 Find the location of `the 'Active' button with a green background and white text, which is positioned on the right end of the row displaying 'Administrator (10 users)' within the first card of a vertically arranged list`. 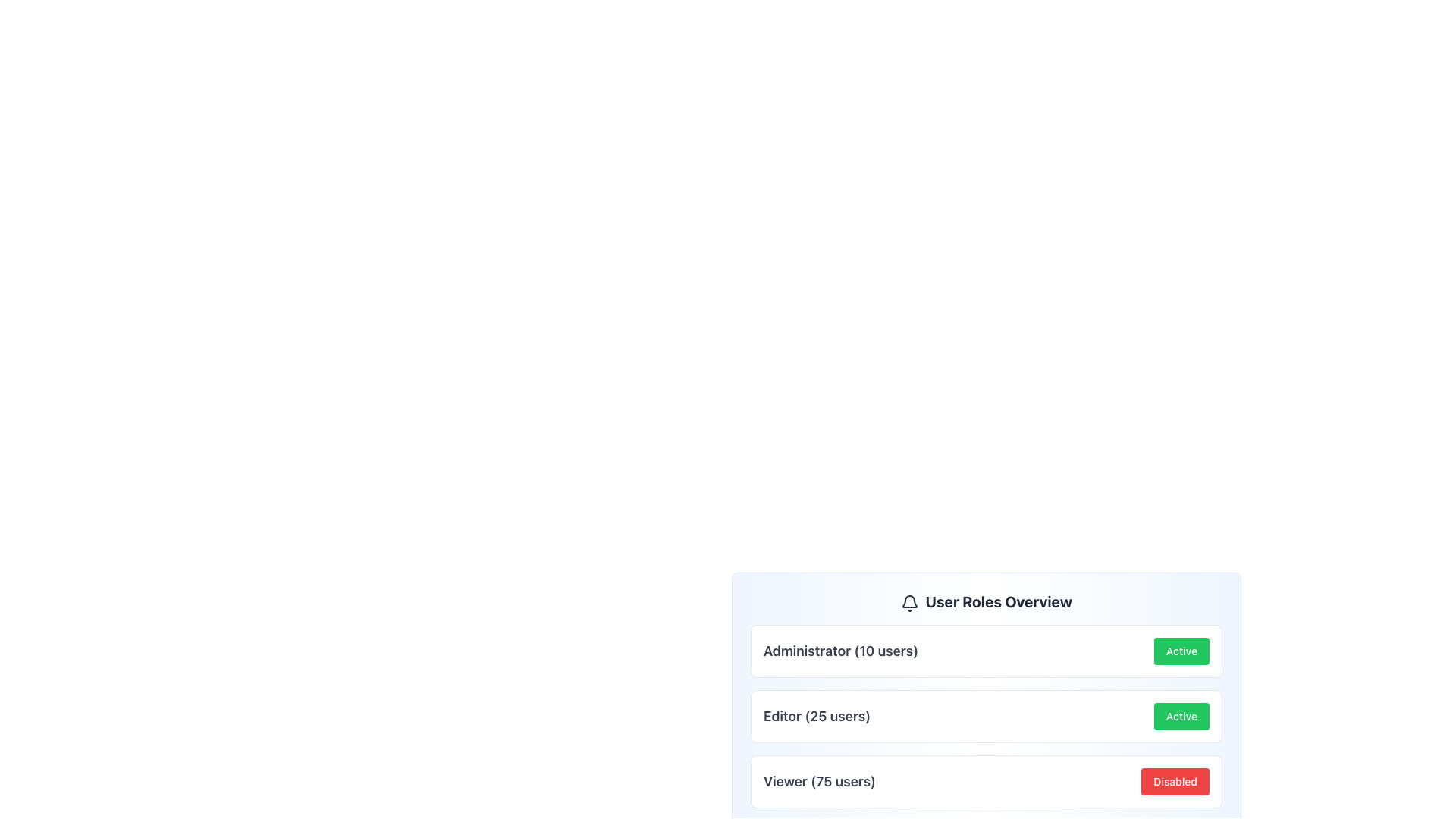

the 'Active' button with a green background and white text, which is positioned on the right end of the row displaying 'Administrator (10 users)' within the first card of a vertically arranged list is located at coordinates (1181, 651).